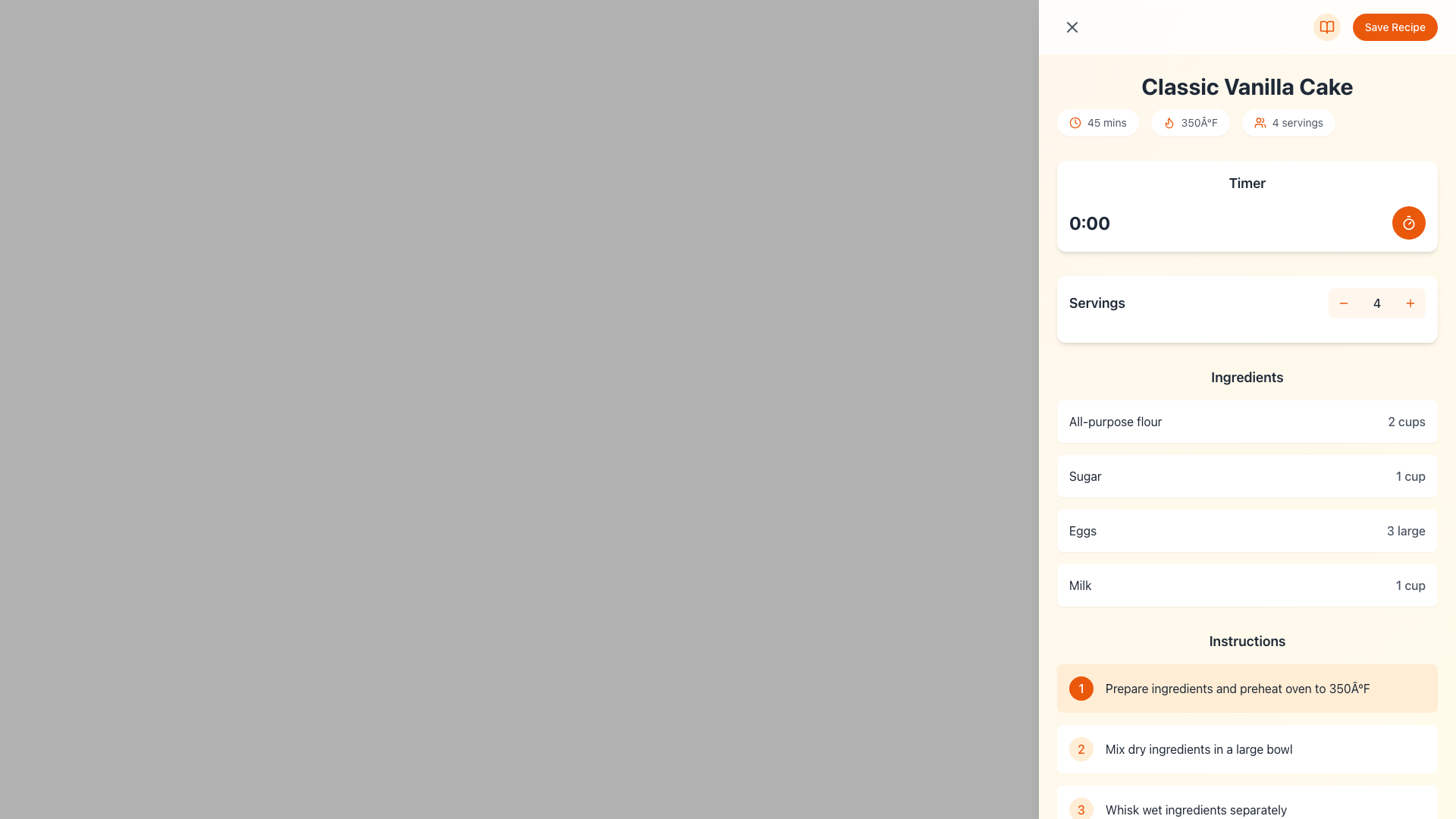 The height and width of the screenshot is (819, 1456). Describe the element at coordinates (1247, 376) in the screenshot. I see `the ingredients section label located in the right-side panel, positioned below the 'Servings' control and above the list of ingredients details` at that location.